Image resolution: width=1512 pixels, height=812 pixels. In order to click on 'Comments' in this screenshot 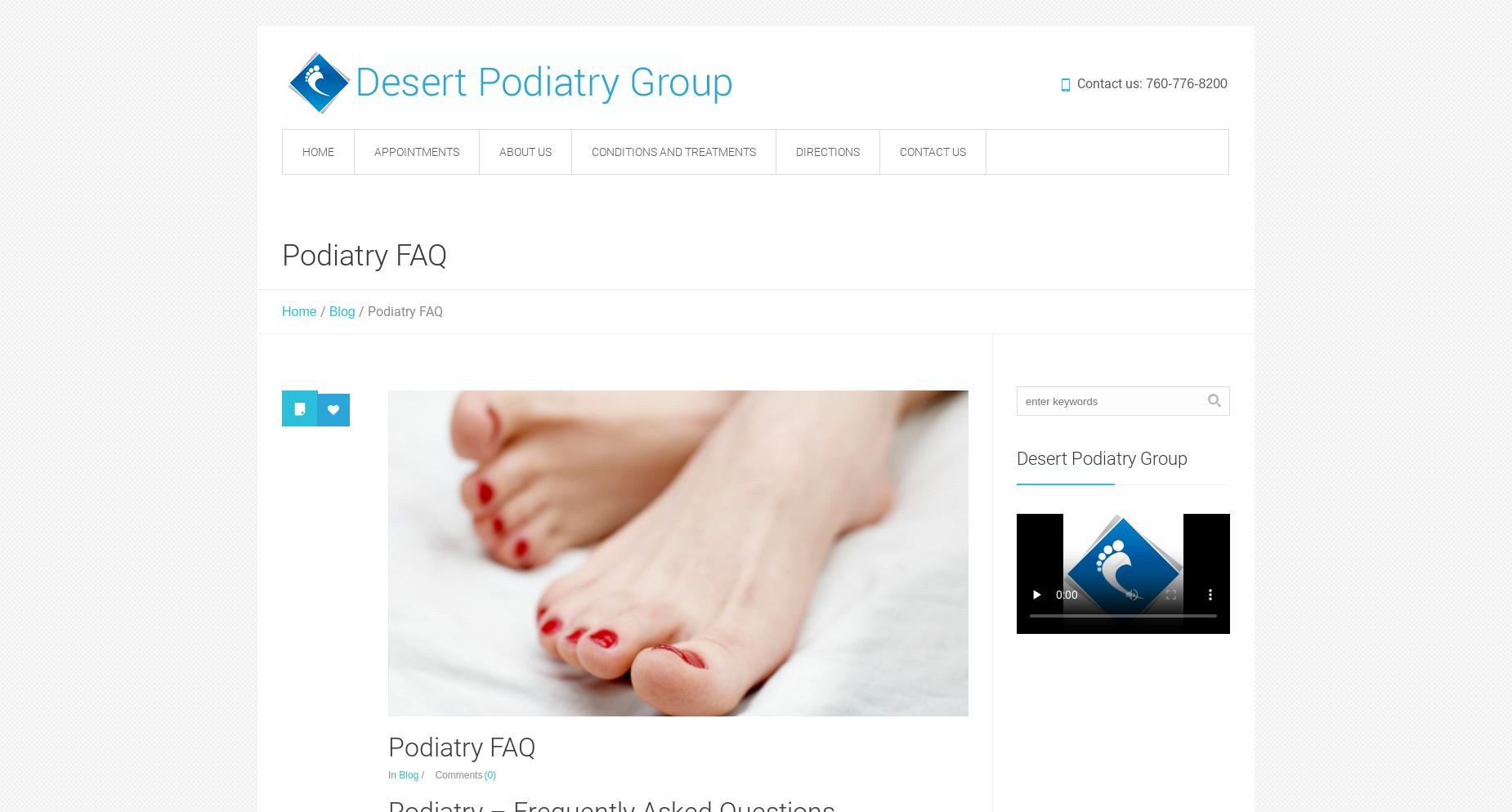, I will do `click(458, 774)`.